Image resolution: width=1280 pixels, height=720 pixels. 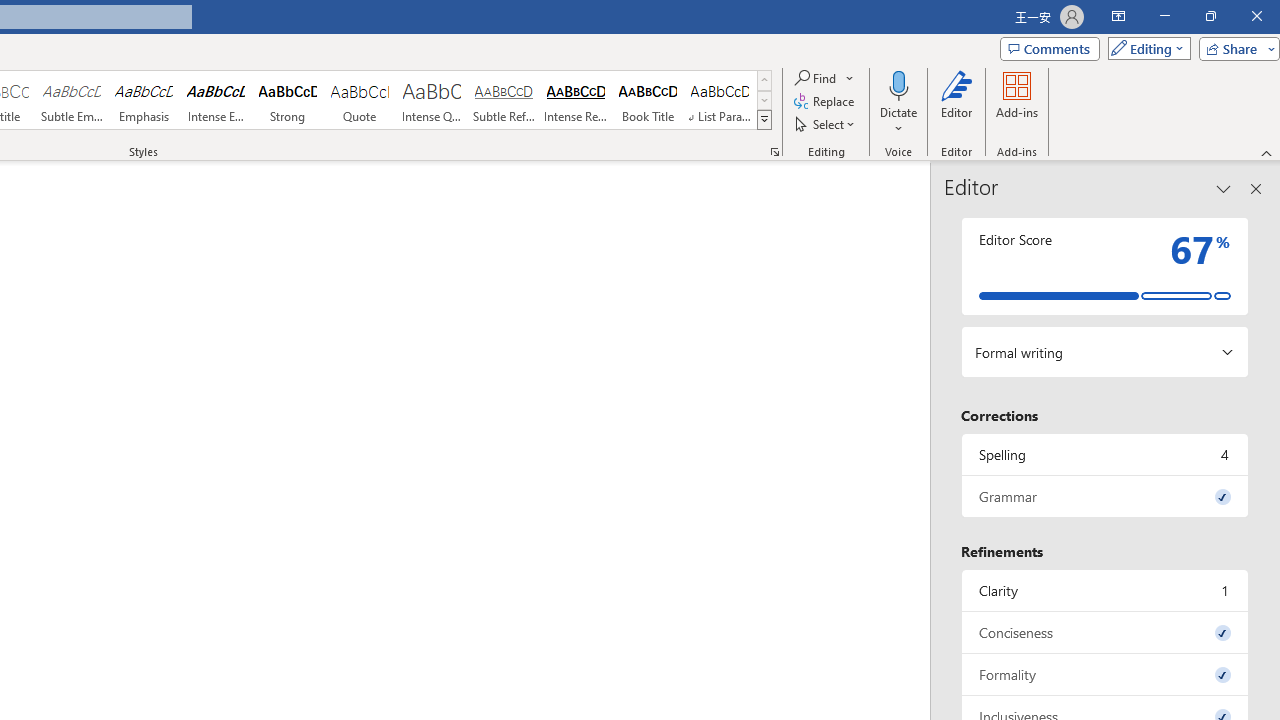 What do you see at coordinates (647, 100) in the screenshot?
I see `'Book Title'` at bounding box center [647, 100].